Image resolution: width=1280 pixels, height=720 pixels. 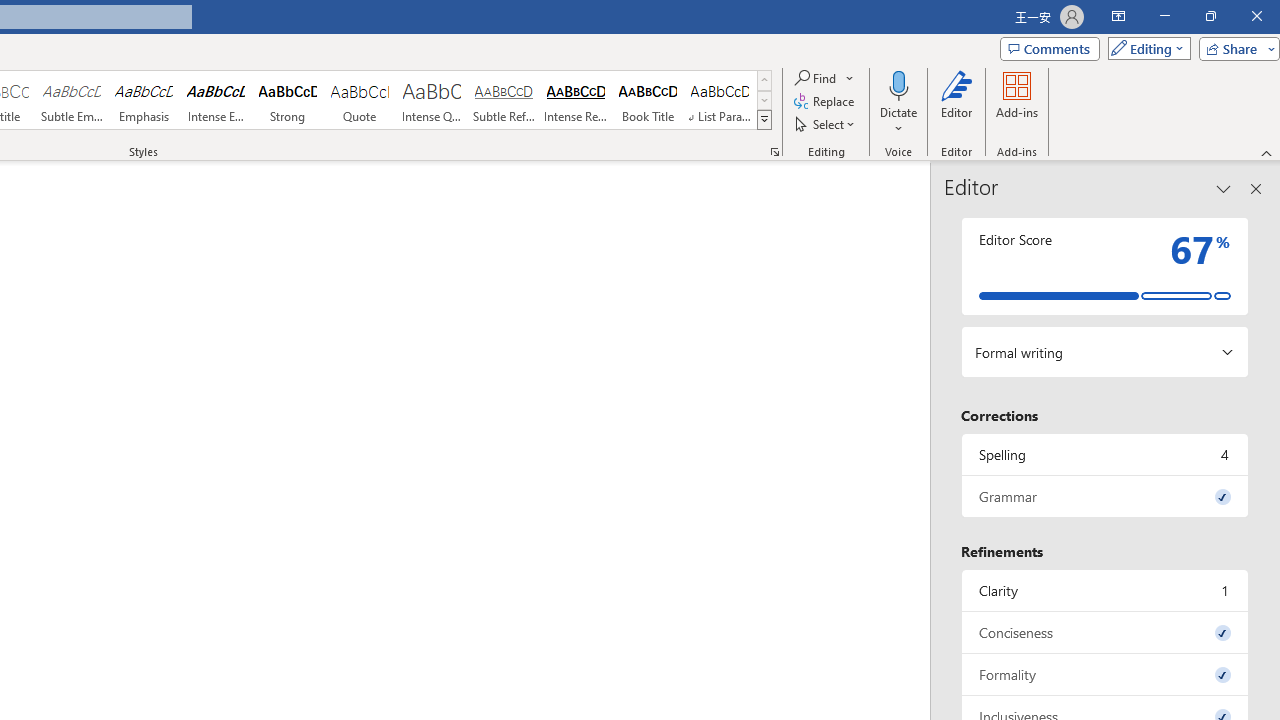 What do you see at coordinates (647, 100) in the screenshot?
I see `'Book Title'` at bounding box center [647, 100].